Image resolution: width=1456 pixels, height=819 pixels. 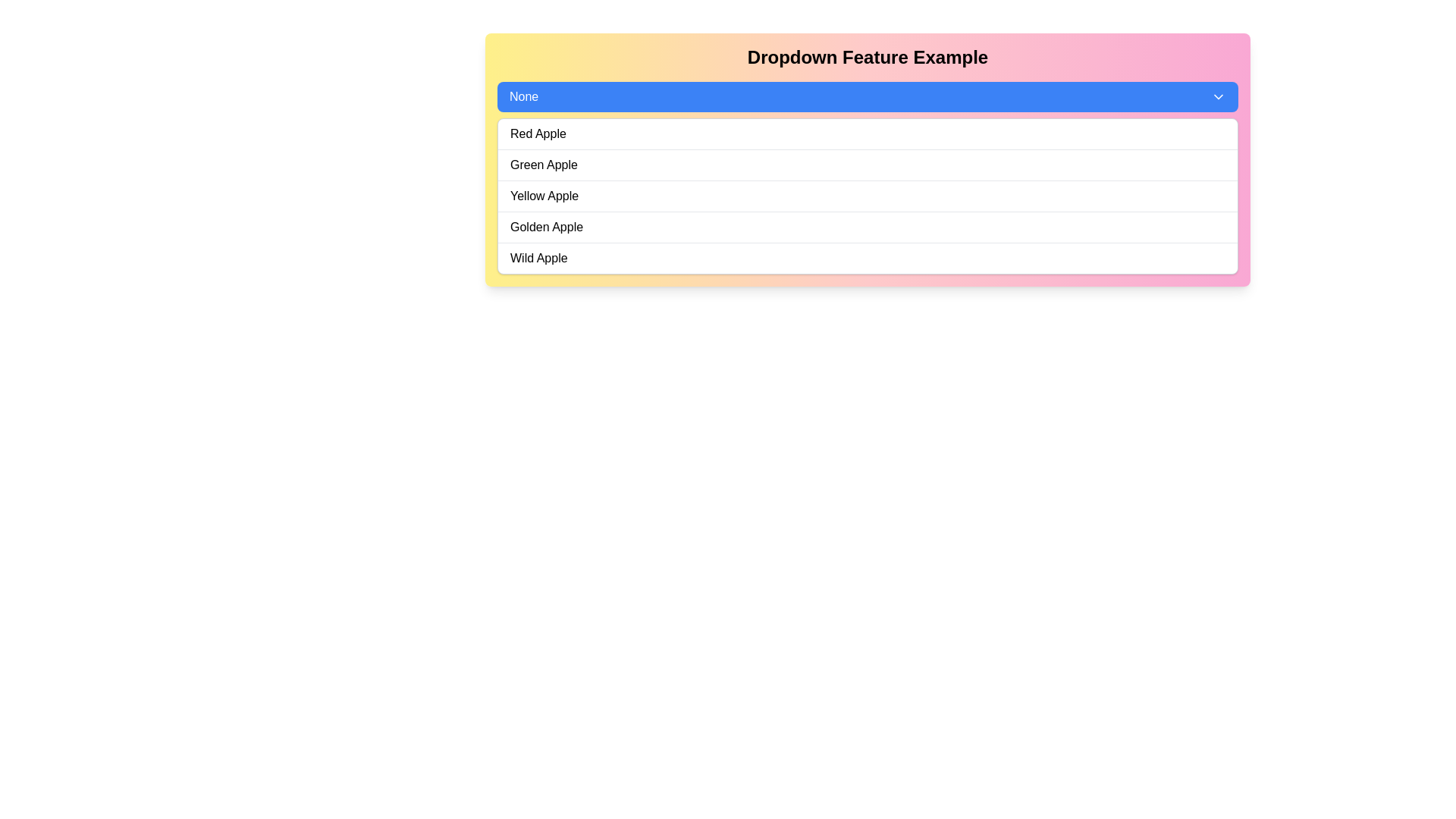 I want to click on the first item in the dropdown menu, which is a text label displaying 'Red Apple', so click(x=868, y=133).